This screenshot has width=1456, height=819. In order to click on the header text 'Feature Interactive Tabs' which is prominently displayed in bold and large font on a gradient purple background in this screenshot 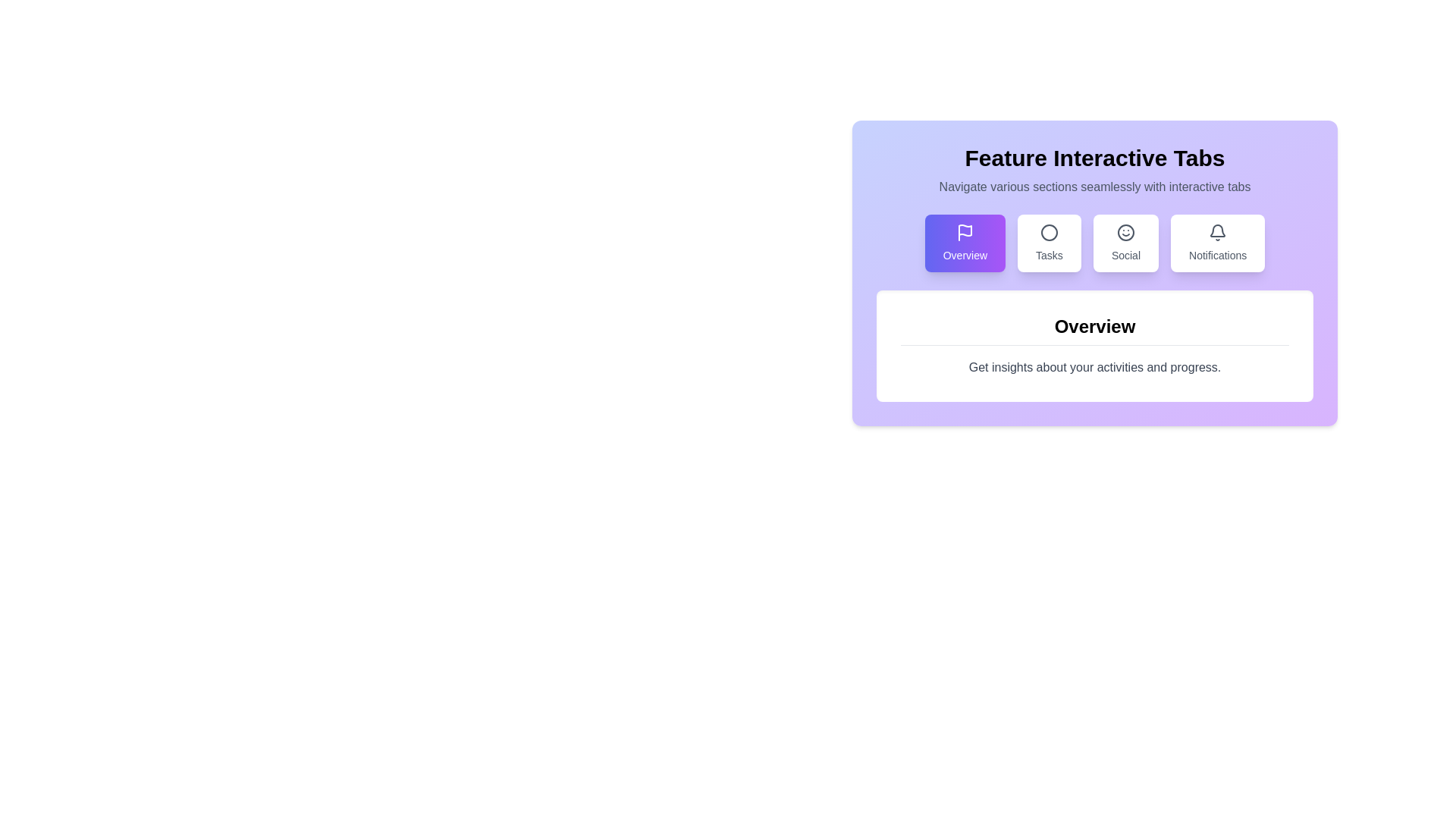, I will do `click(1095, 158)`.